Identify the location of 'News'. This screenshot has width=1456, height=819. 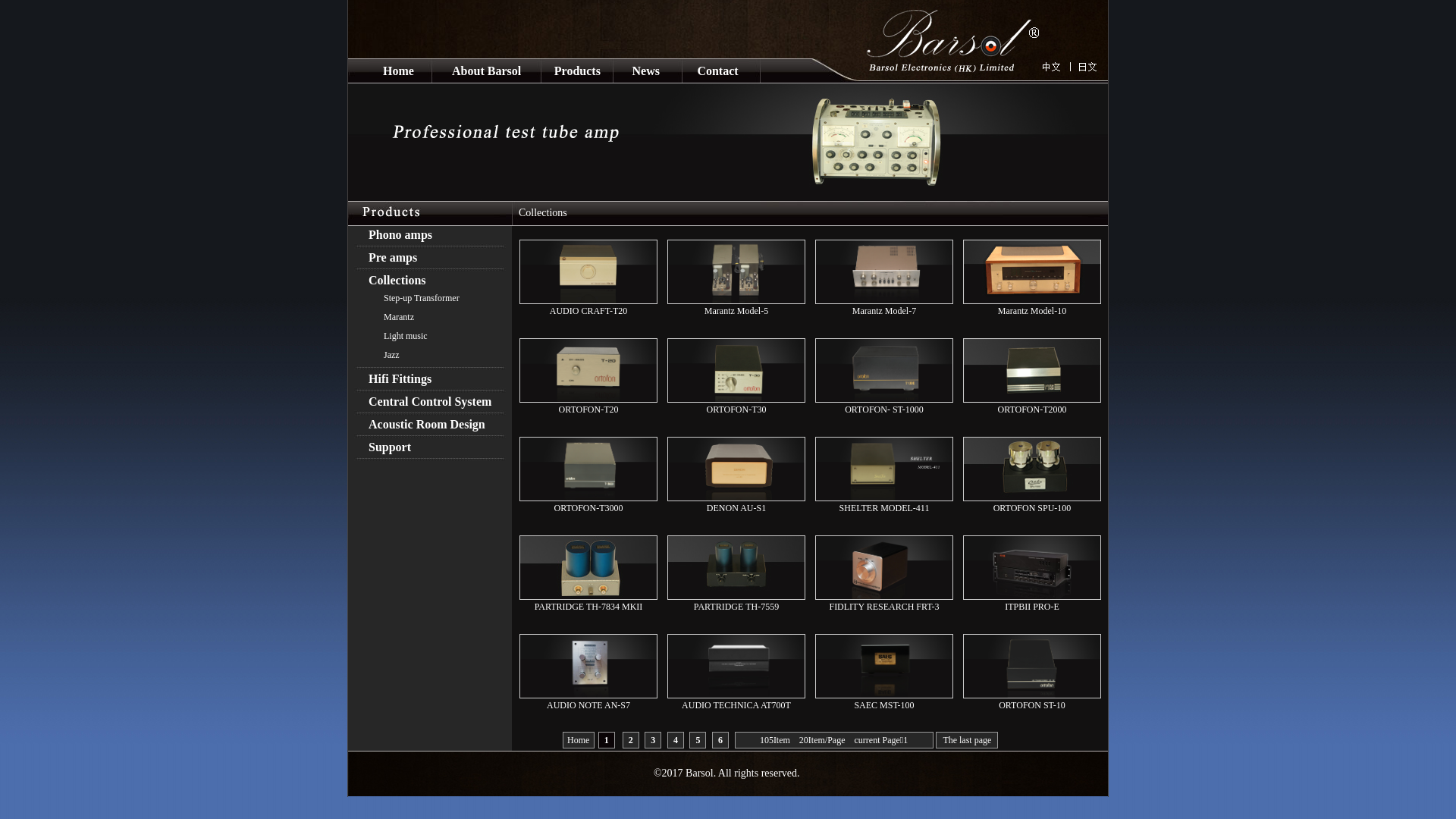
(617, 71).